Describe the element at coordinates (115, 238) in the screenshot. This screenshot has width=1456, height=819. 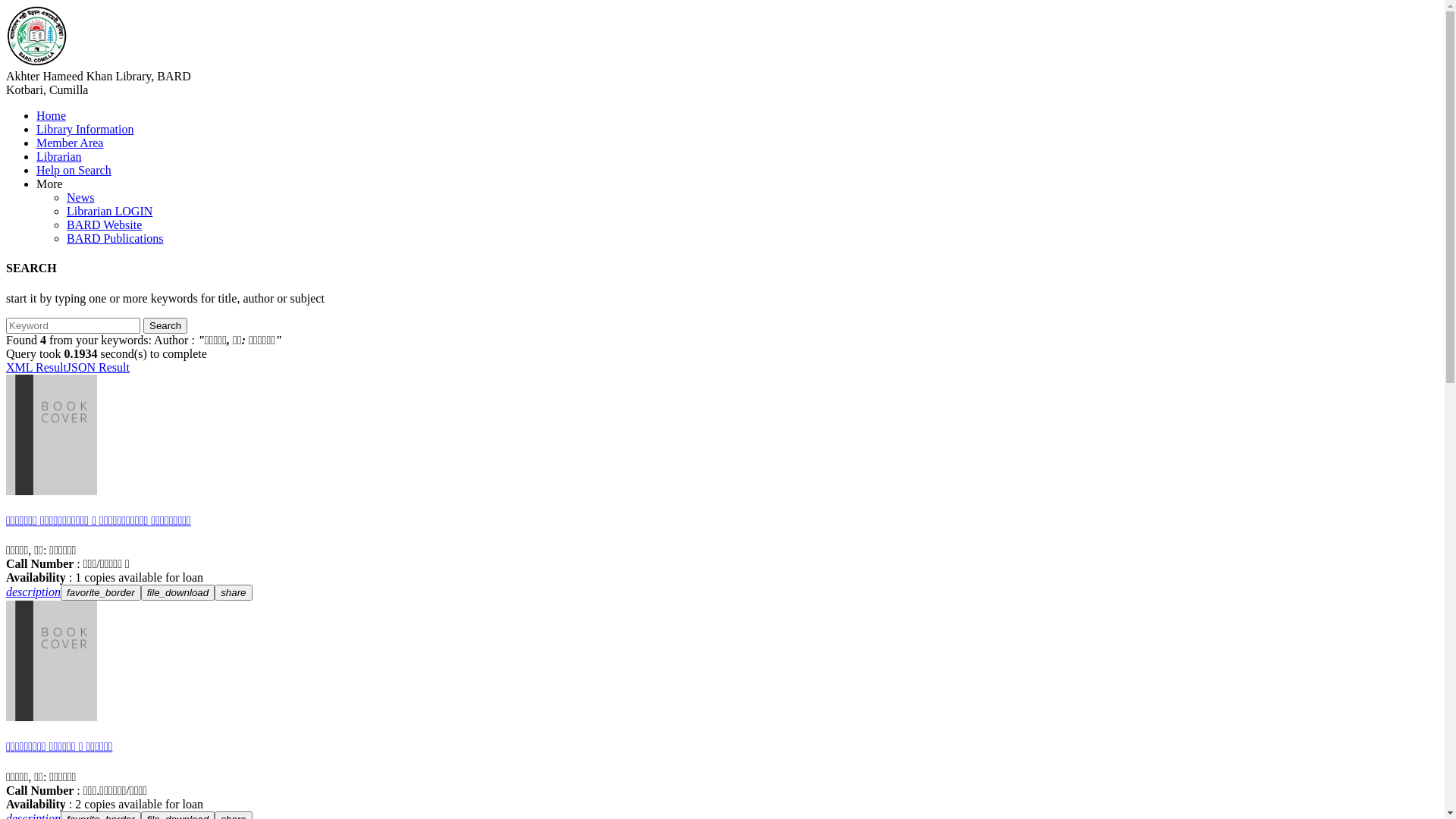
I see `'BARD Publications'` at that location.